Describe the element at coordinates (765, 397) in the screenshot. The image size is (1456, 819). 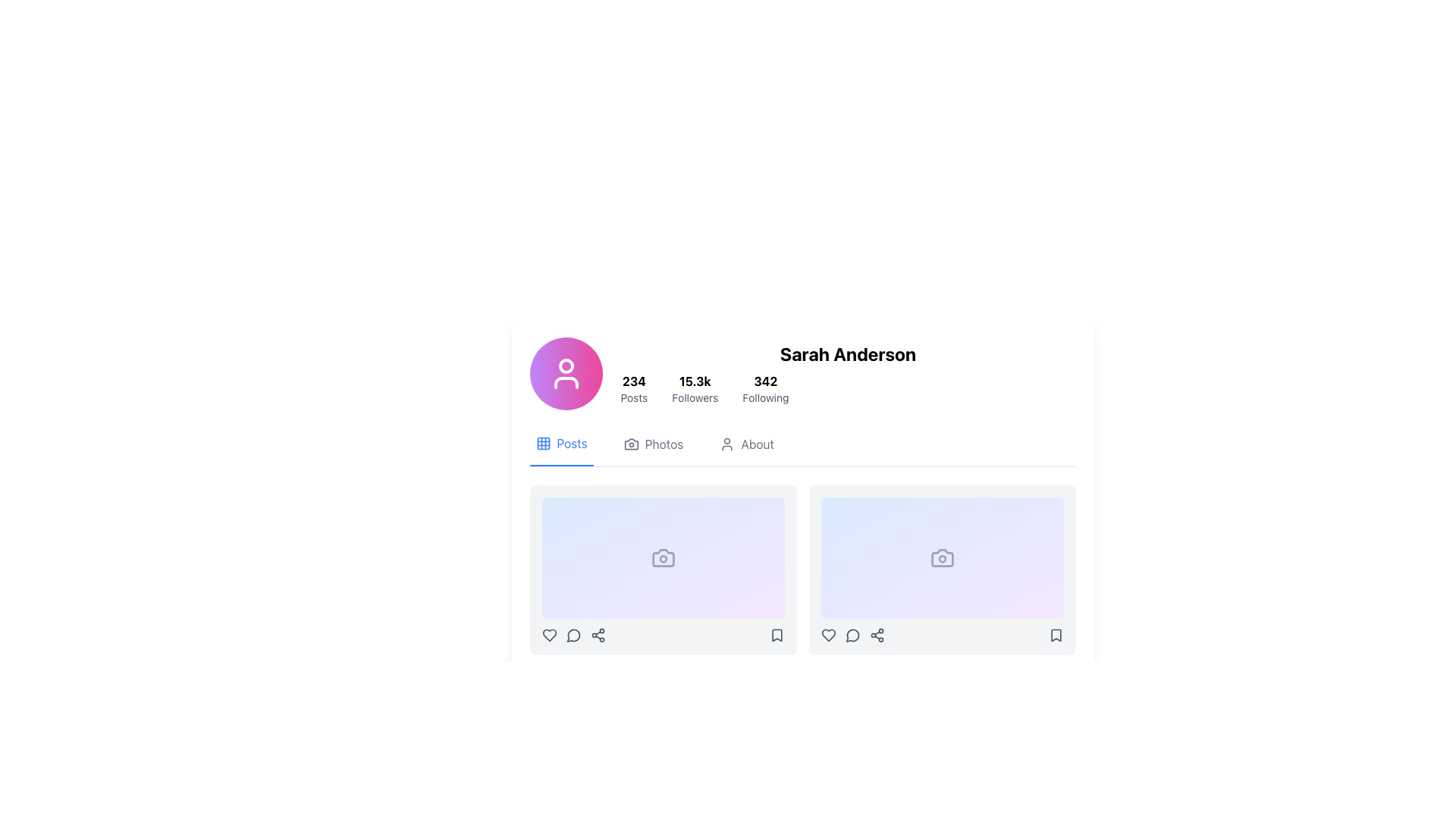
I see `the text label that reads 'Following', which is styled in gray and positioned below the number '342' in the profile statistics section` at that location.